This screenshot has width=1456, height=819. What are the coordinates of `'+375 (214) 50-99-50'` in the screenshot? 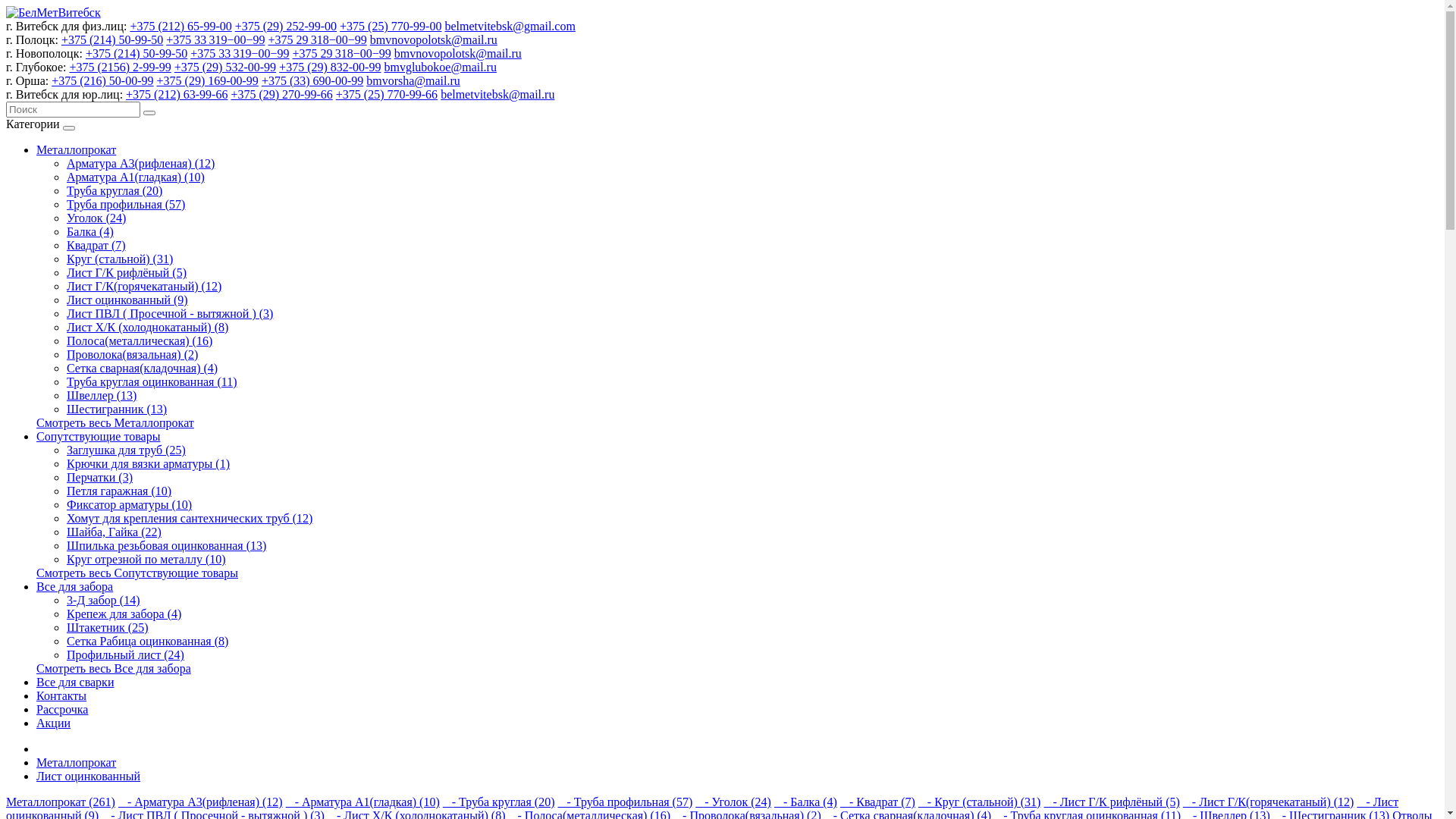 It's located at (136, 52).